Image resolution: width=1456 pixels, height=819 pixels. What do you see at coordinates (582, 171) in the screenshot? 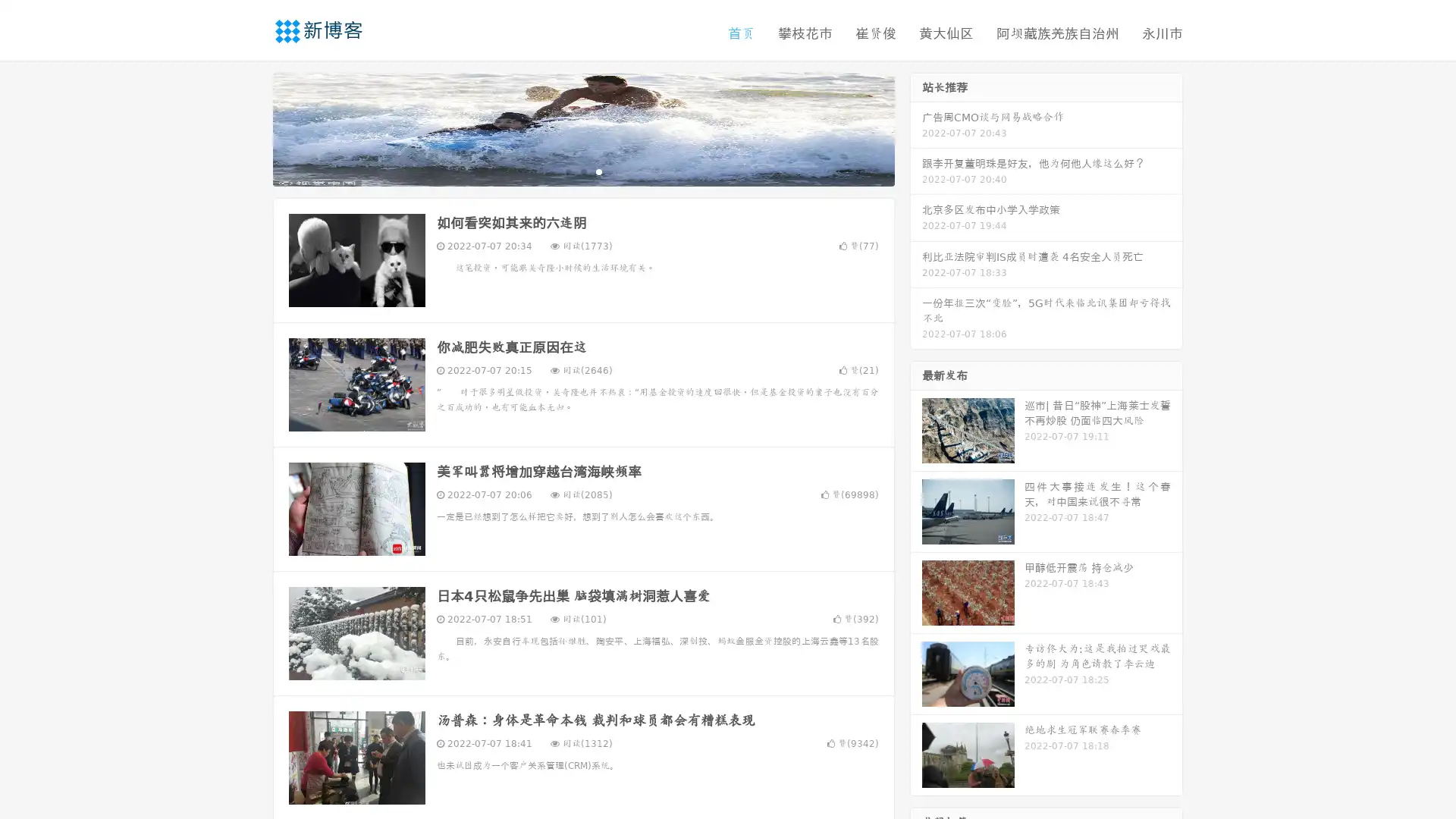
I see `Go to slide 2` at bounding box center [582, 171].